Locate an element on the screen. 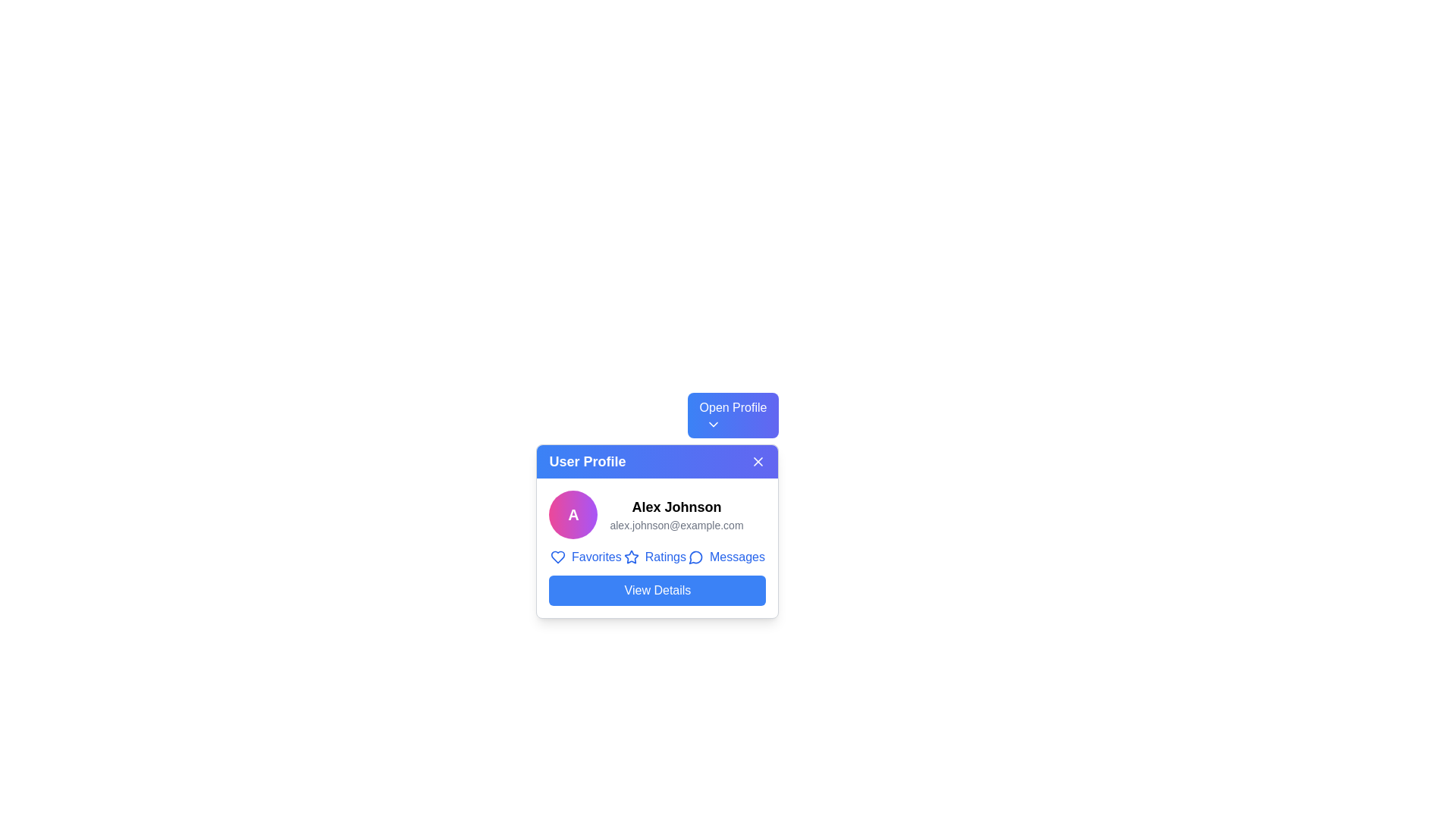 This screenshot has height=819, width=1456. the messaging icon located between the star icon for ratings and the text 'Messages' in the user profile section is located at coordinates (695, 557).